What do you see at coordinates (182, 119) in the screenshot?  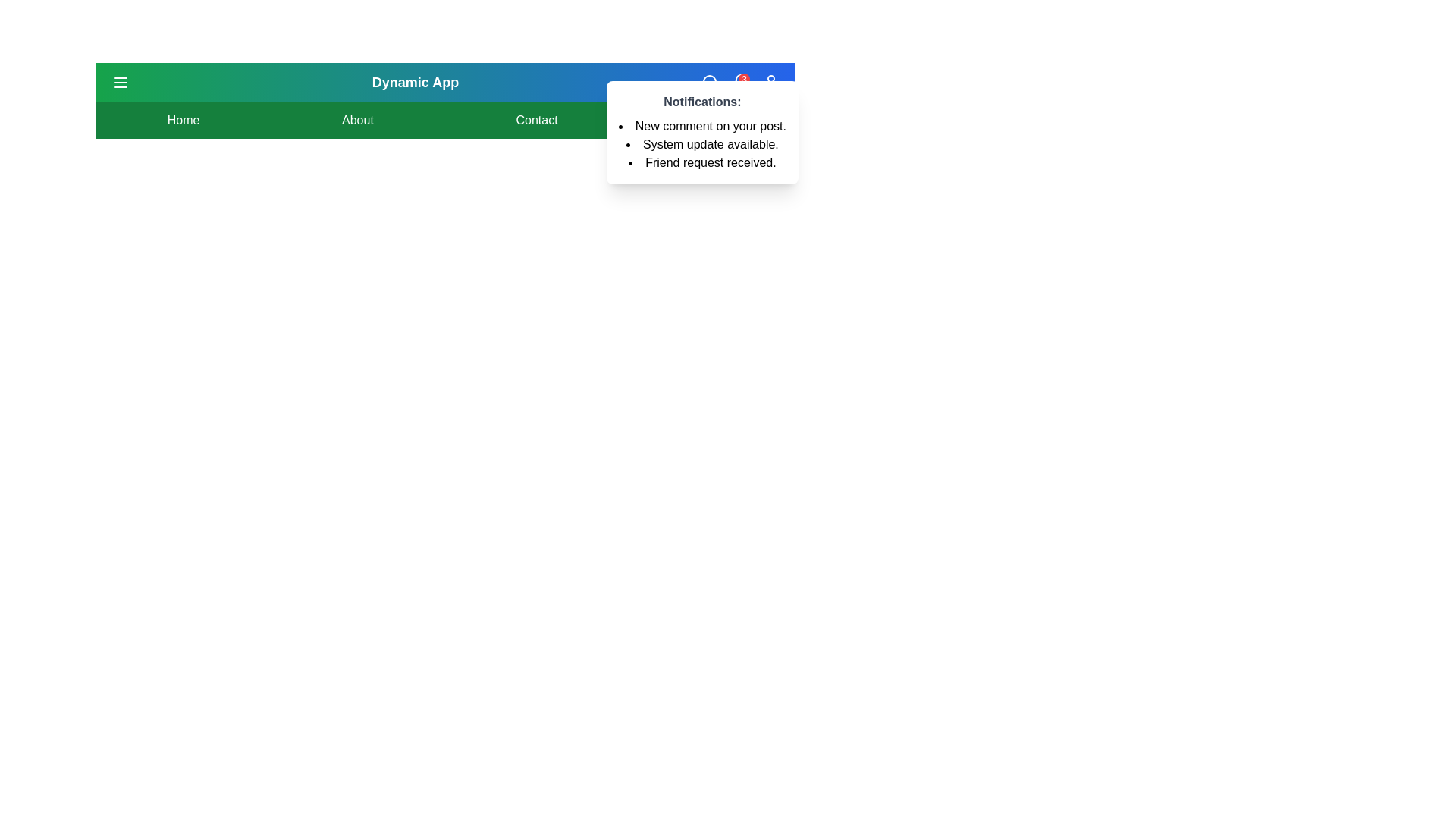 I see `the Home menu item to navigate to the corresponding section` at bounding box center [182, 119].